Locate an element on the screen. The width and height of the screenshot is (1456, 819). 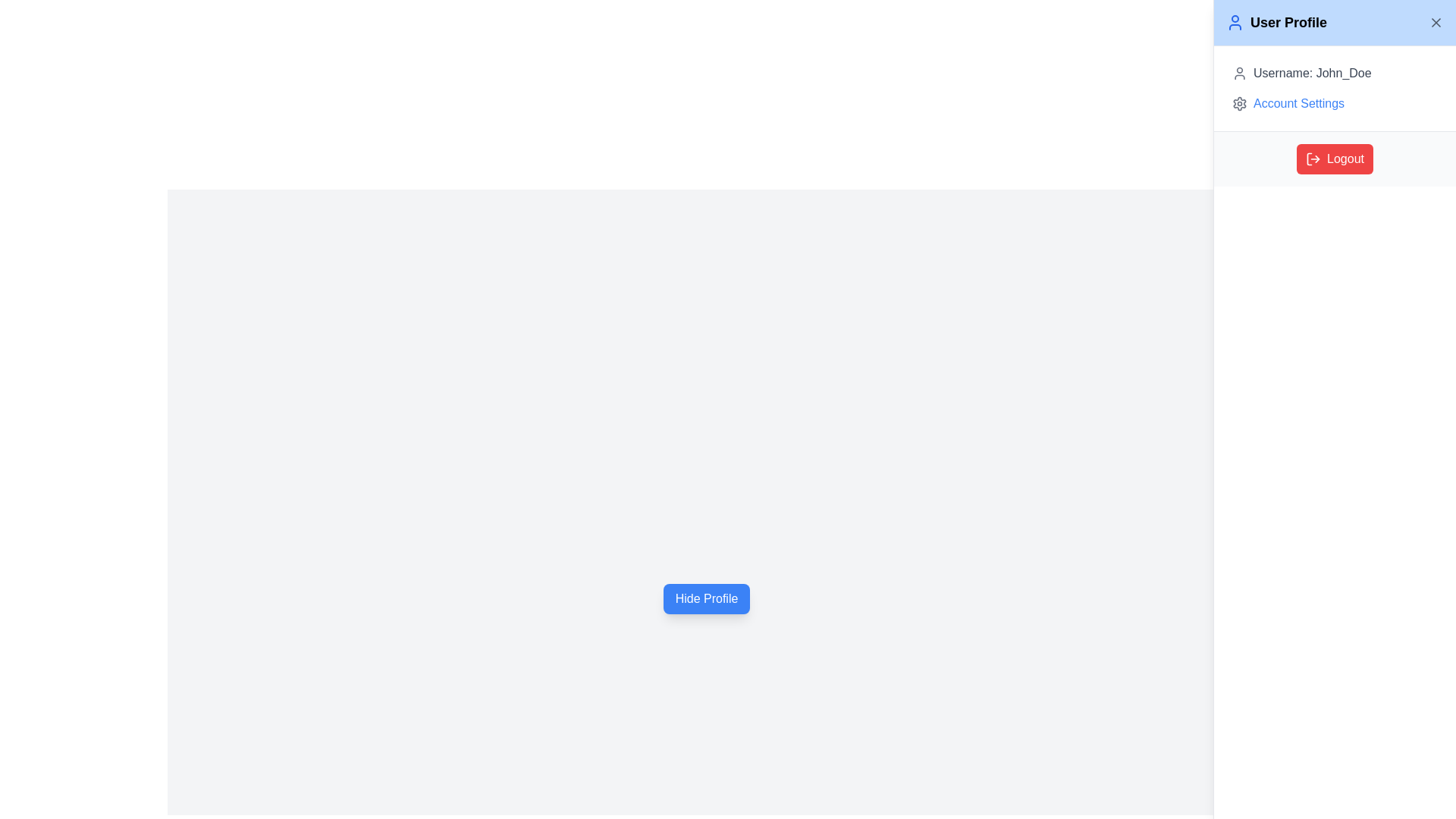
the close button located at the topmost right corner of the User Profile panel is located at coordinates (1436, 23).